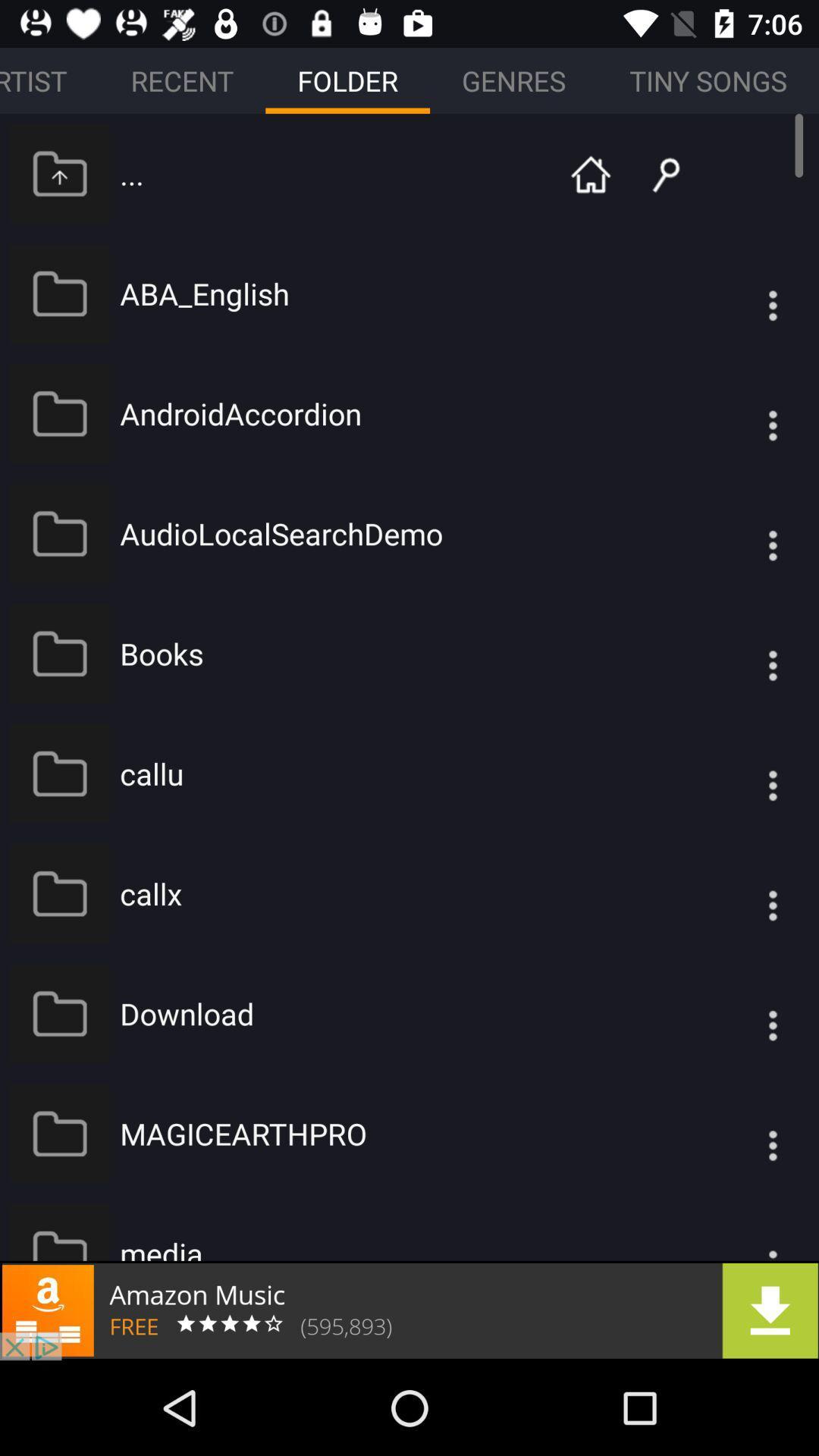 This screenshot has height=1456, width=819. Describe the element at coordinates (742, 654) in the screenshot. I see `options` at that location.